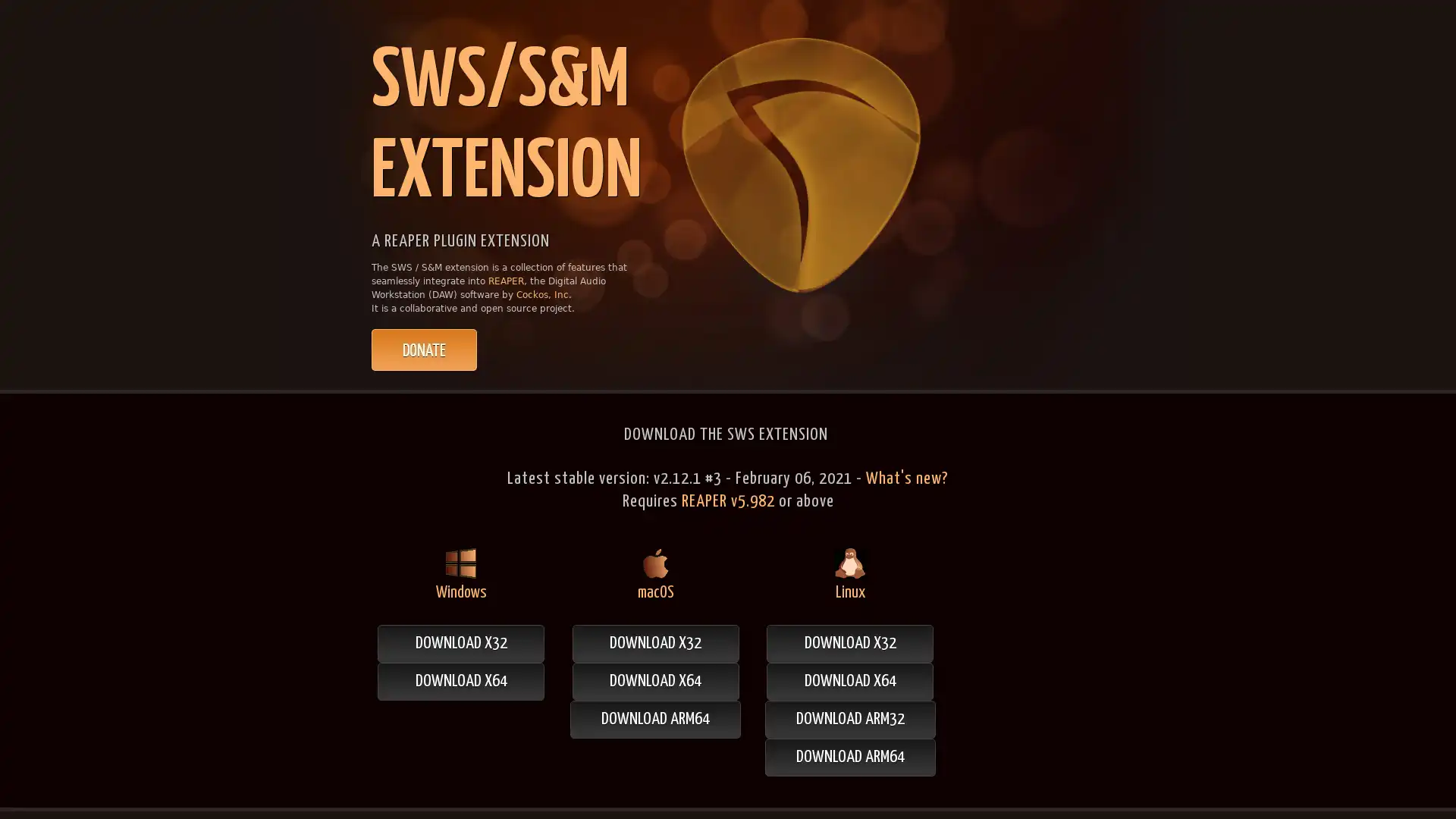 This screenshot has height=819, width=1456. Describe the element at coordinates (969, 758) in the screenshot. I see `DOWNLOAD ARM64` at that location.